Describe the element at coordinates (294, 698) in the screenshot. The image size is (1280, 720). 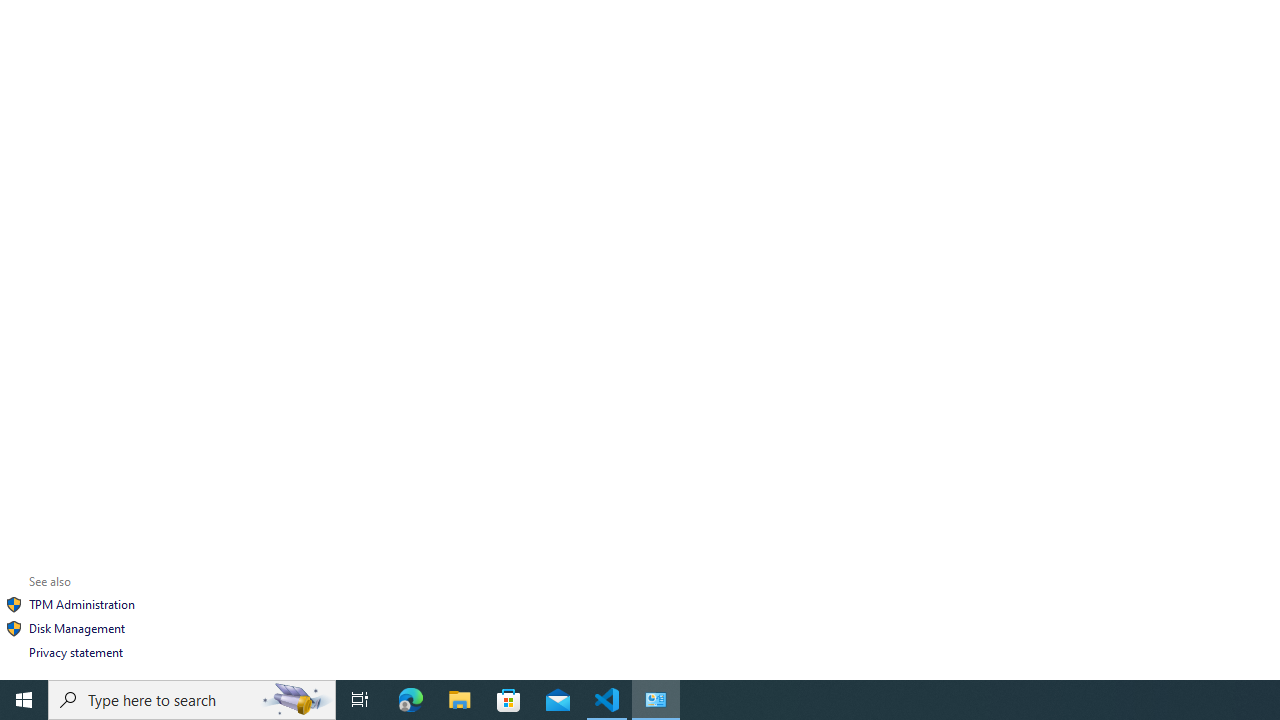
I see `'Search highlights icon opens search home window'` at that location.